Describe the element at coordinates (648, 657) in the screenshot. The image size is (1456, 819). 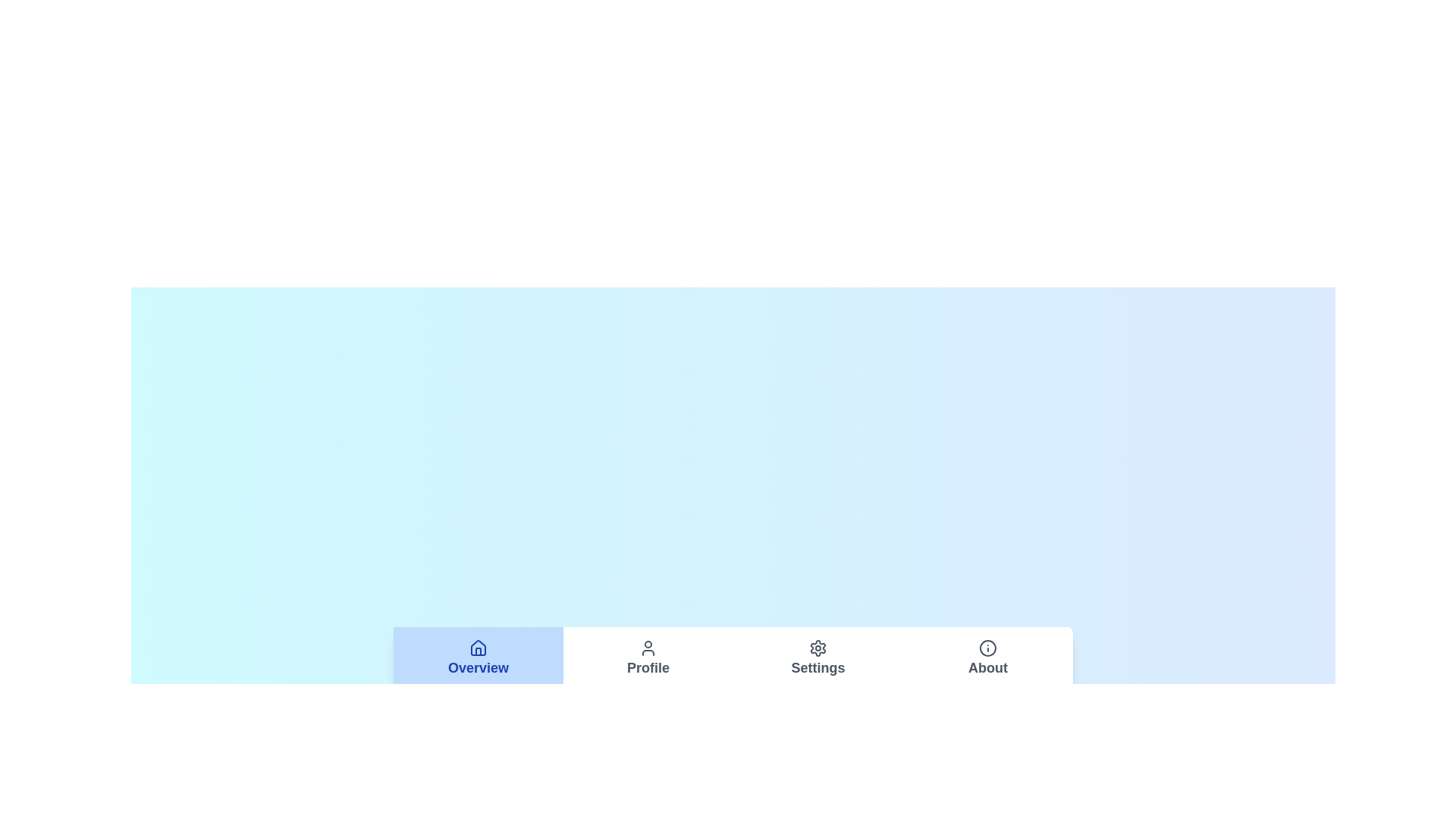
I see `the Profile tab` at that location.